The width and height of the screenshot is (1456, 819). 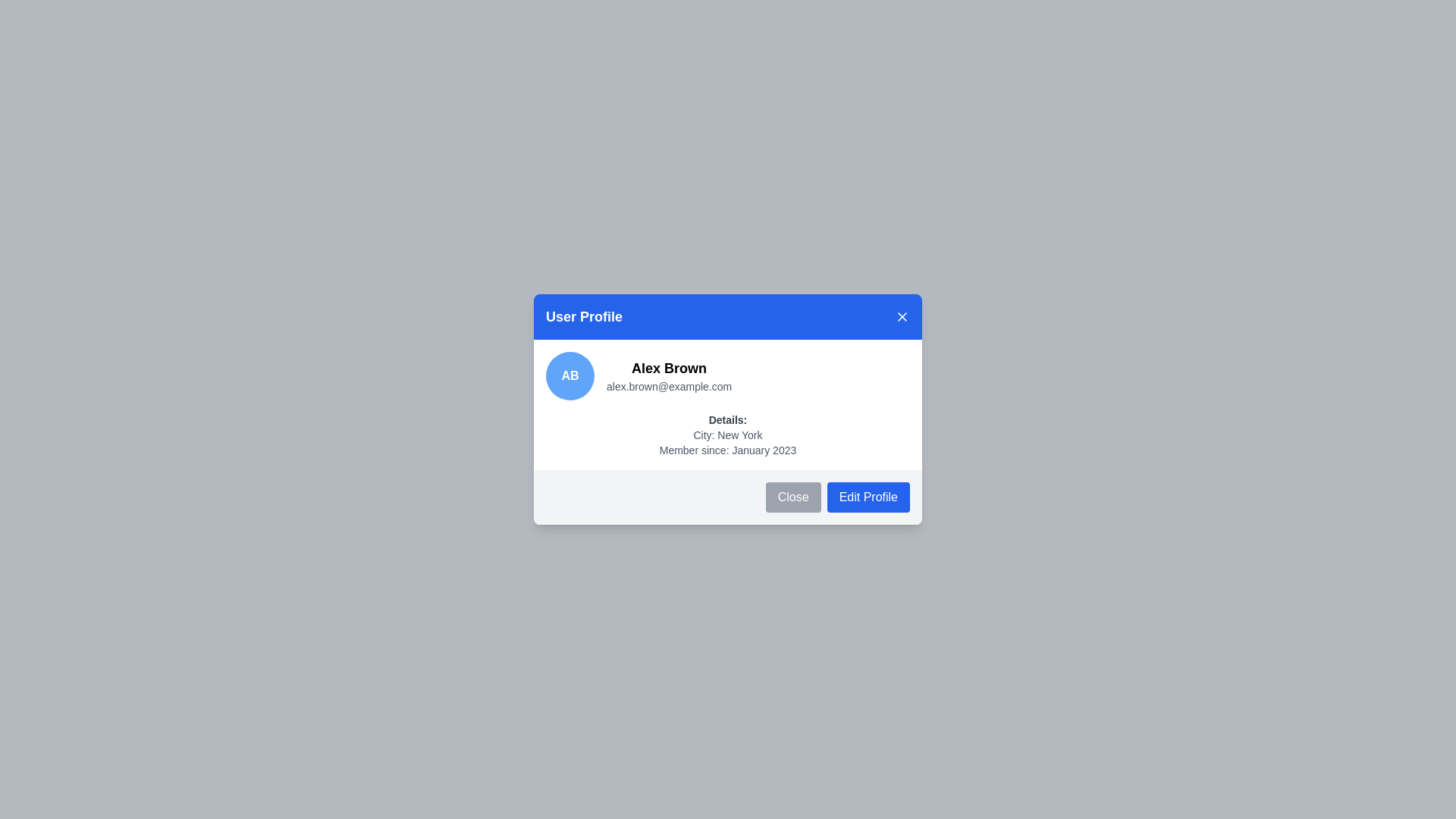 What do you see at coordinates (583, 315) in the screenshot?
I see `text content of the 'User Profile' text label, which is displayed in white, bold, large sans-serif font on a blue background bar at the top left of the modal dialog` at bounding box center [583, 315].